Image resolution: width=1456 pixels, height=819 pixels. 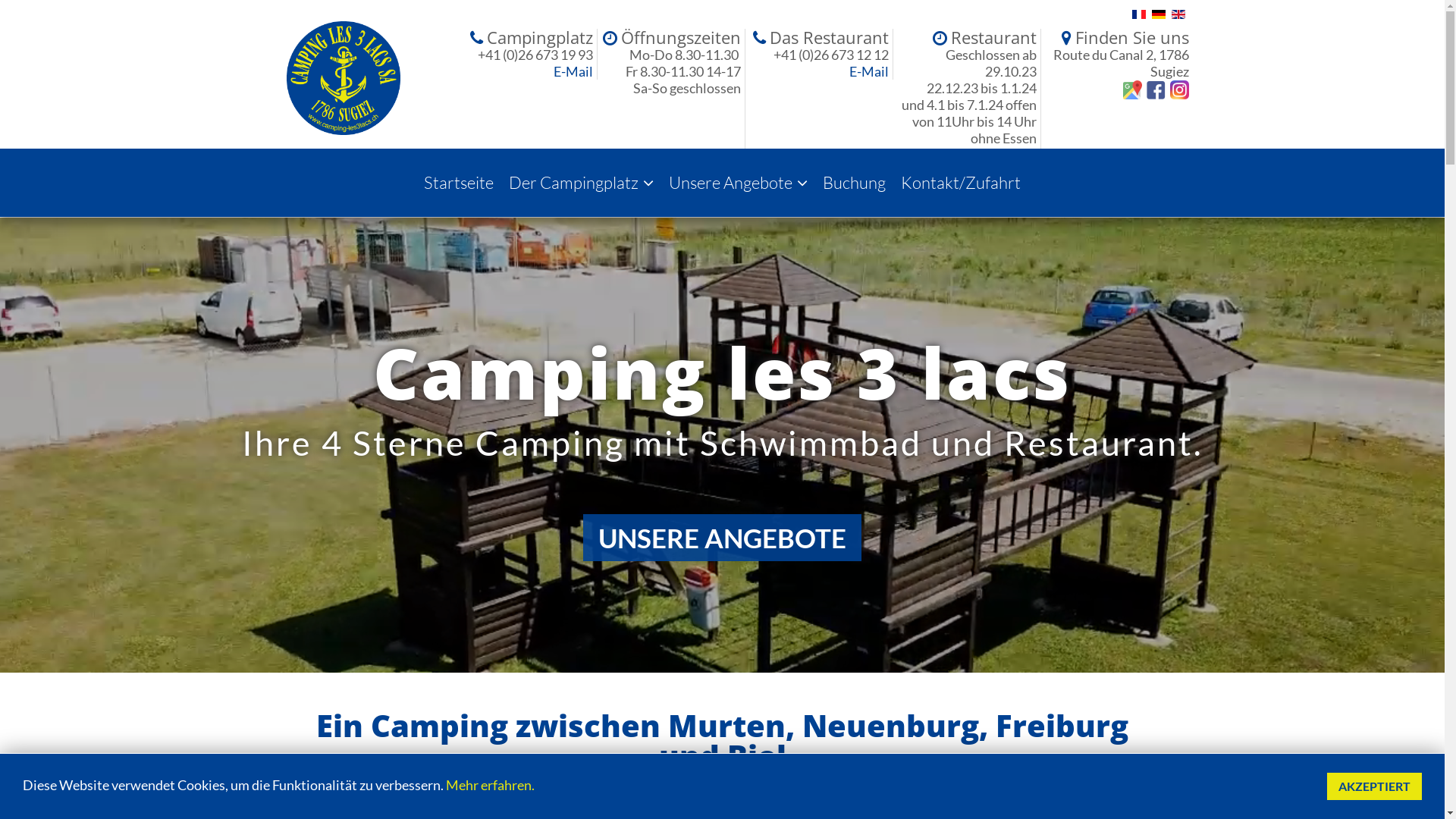 What do you see at coordinates (1164, 87) in the screenshot?
I see `'  '` at bounding box center [1164, 87].